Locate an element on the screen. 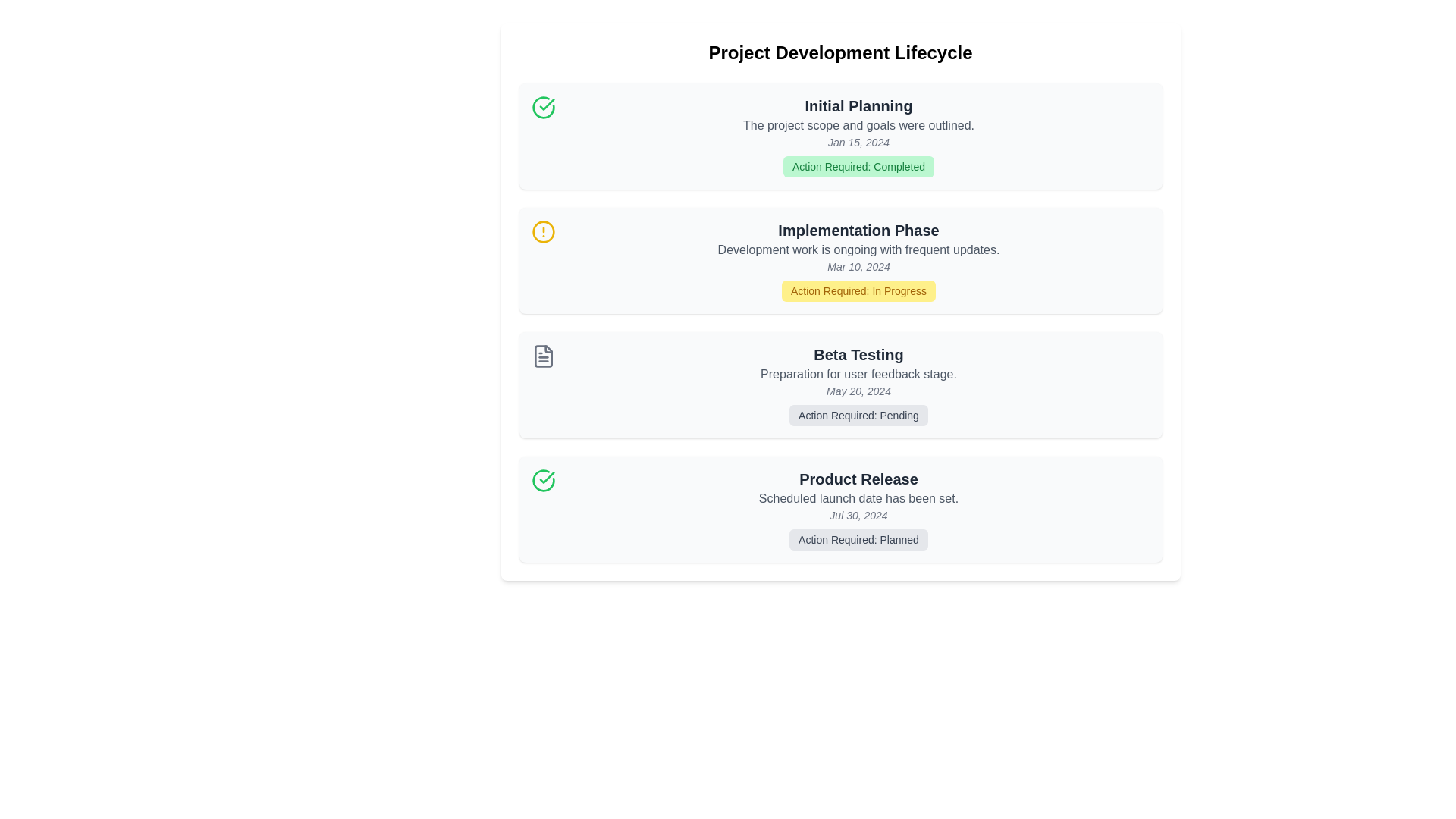 This screenshot has height=819, width=1456. the Static Text element that displays the date related to the 'Implementation Phase' of the project lifecycle, located between the description 'Development work is ongoing with frequent updates.' and the yellow tag labeled 'Action Required: In Progress.' is located at coordinates (858, 265).